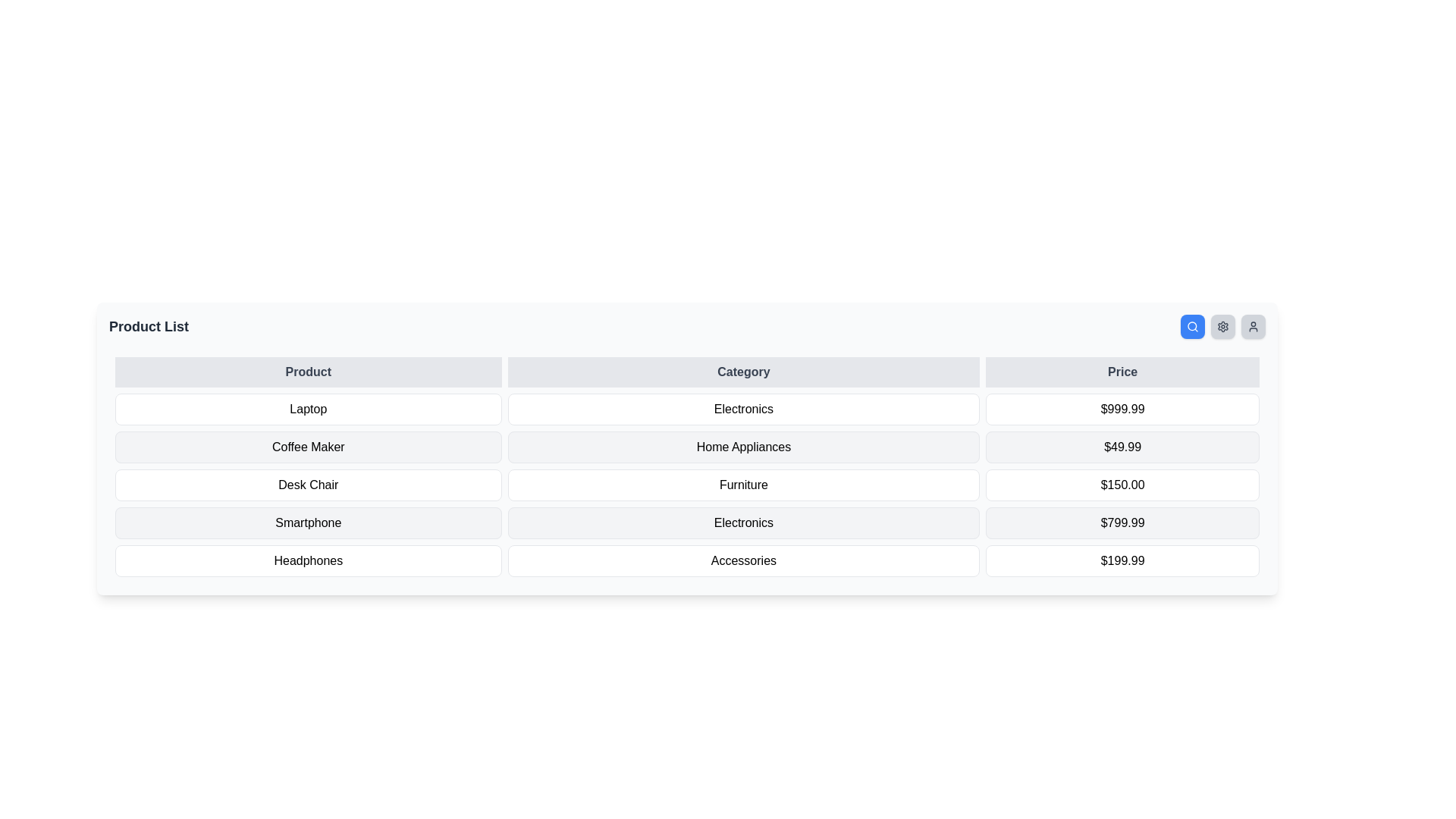  What do you see at coordinates (743, 522) in the screenshot?
I see `the table cell that signifies the category 'Electronics' for the product 'Smartphone', located in the second column of the fourth row under the 'Category' heading` at bounding box center [743, 522].